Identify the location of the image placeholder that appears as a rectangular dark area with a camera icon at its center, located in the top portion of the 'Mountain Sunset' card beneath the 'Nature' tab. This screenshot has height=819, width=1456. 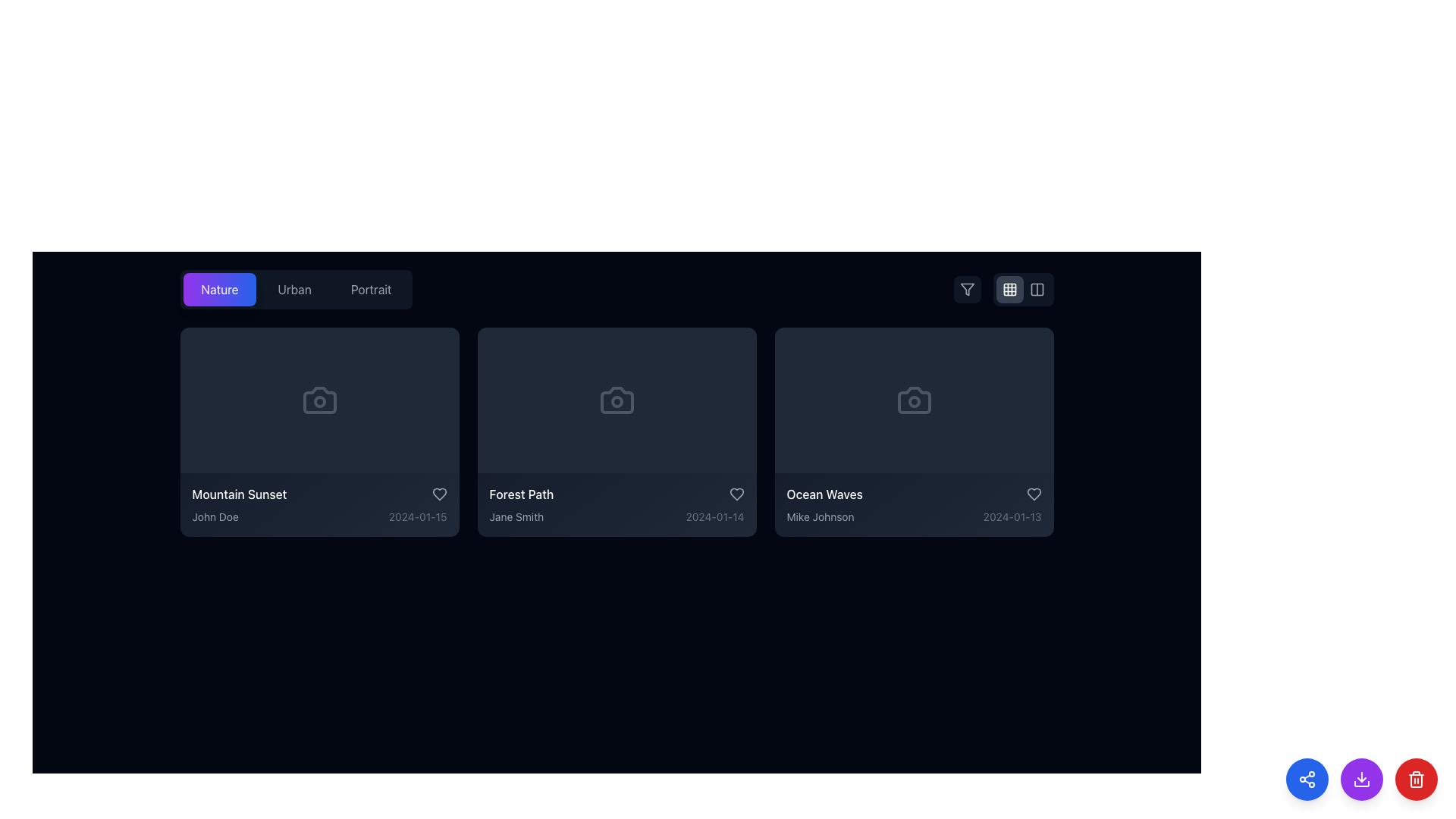
(318, 400).